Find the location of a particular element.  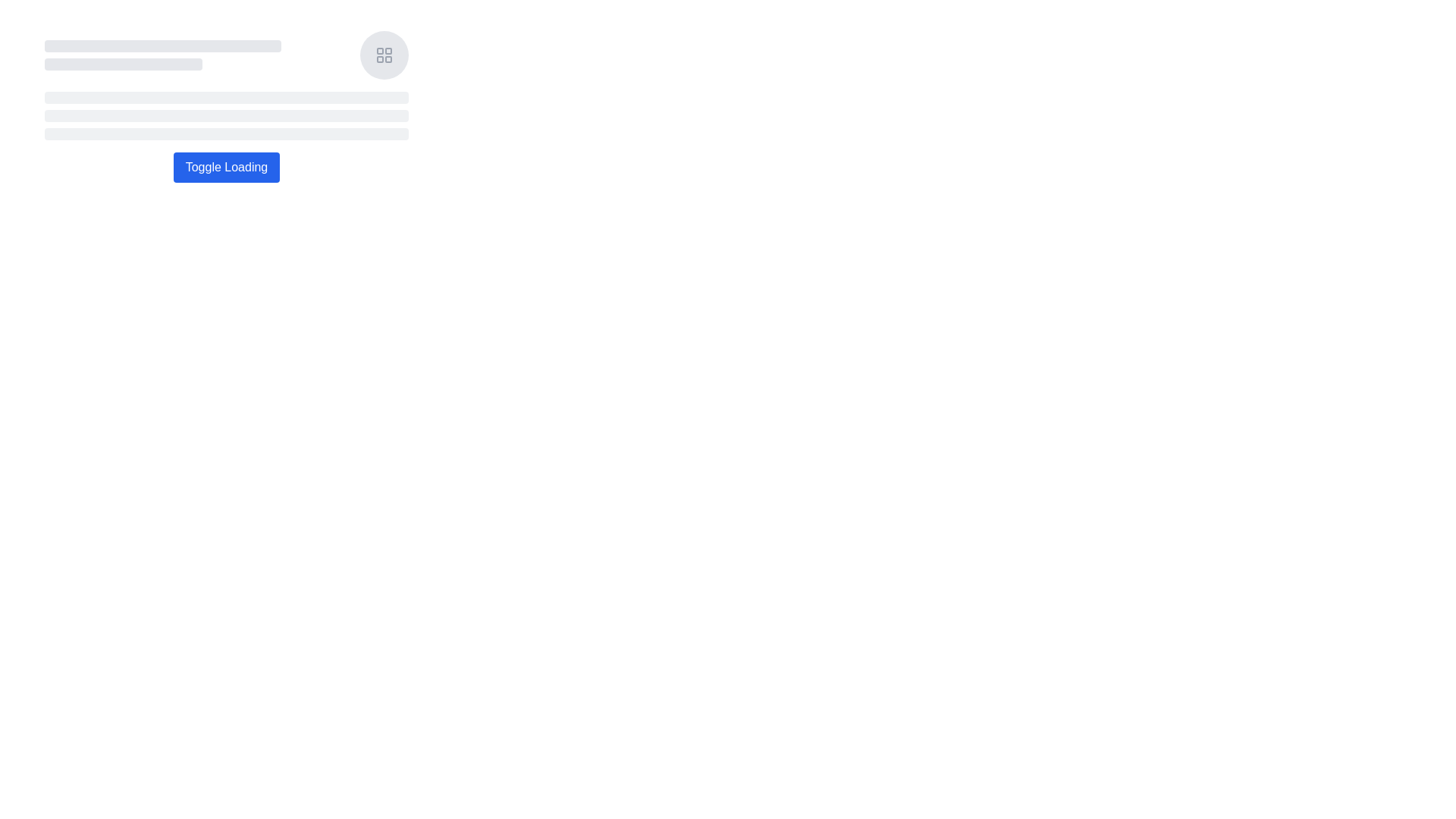

the horizontal bar containing two rows of rectangular shapes on the left and a circular grid button on the right is located at coordinates (225, 55).